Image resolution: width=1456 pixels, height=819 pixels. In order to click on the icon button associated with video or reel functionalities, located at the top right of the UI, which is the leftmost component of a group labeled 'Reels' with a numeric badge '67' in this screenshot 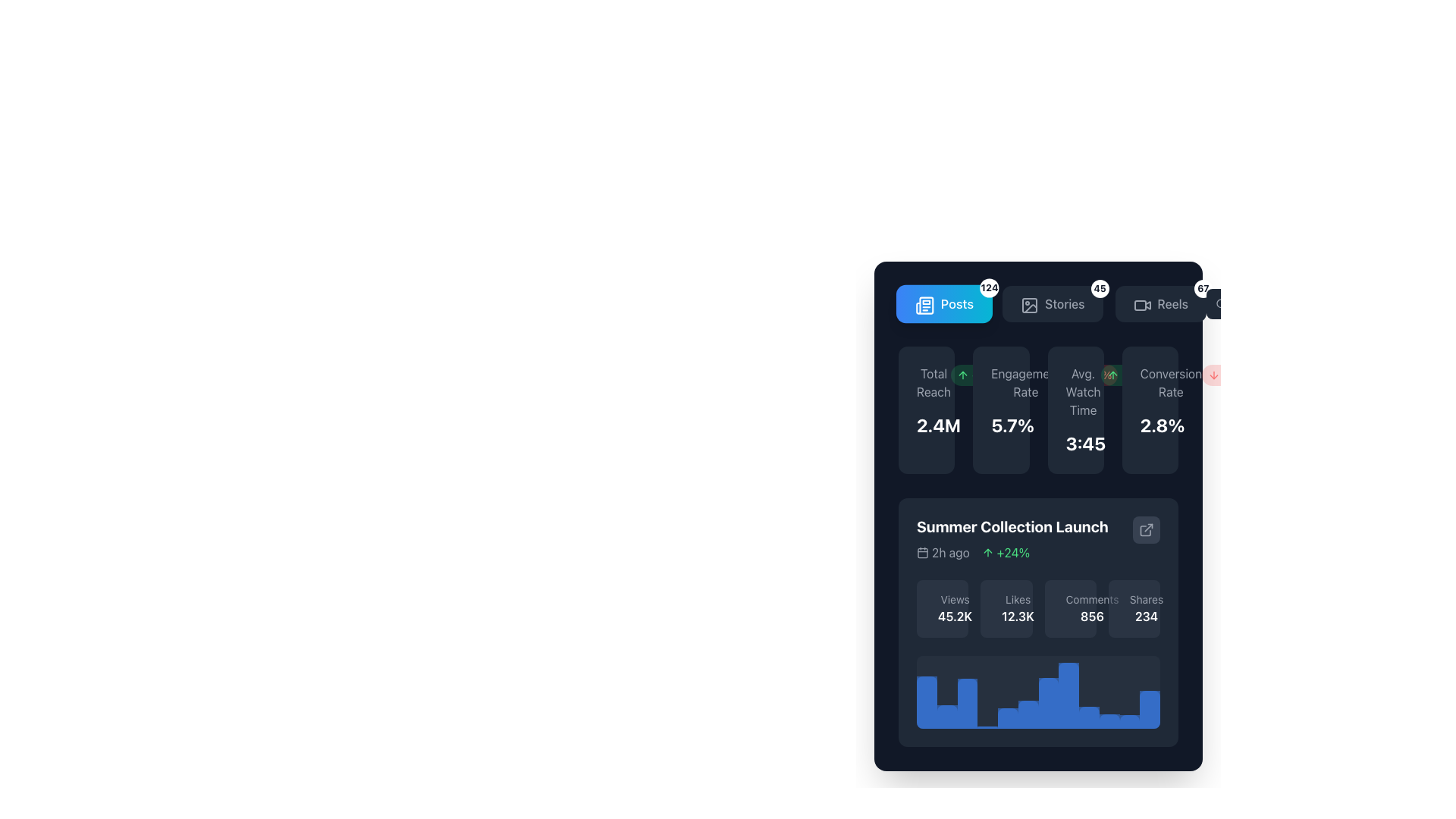, I will do `click(1141, 304)`.